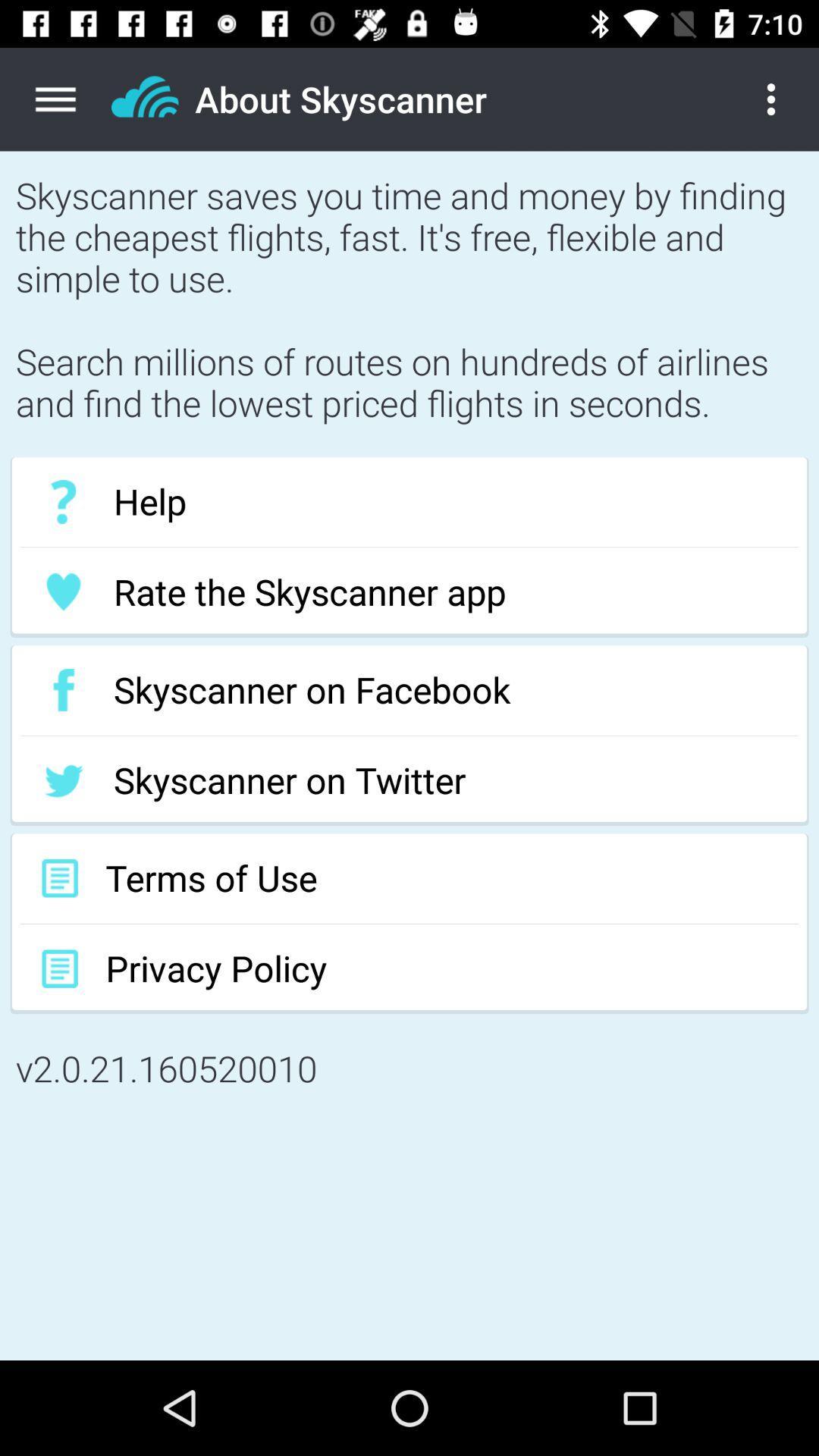 Image resolution: width=819 pixels, height=1456 pixels. Describe the element at coordinates (783, 99) in the screenshot. I see `the item at the top right corner` at that location.